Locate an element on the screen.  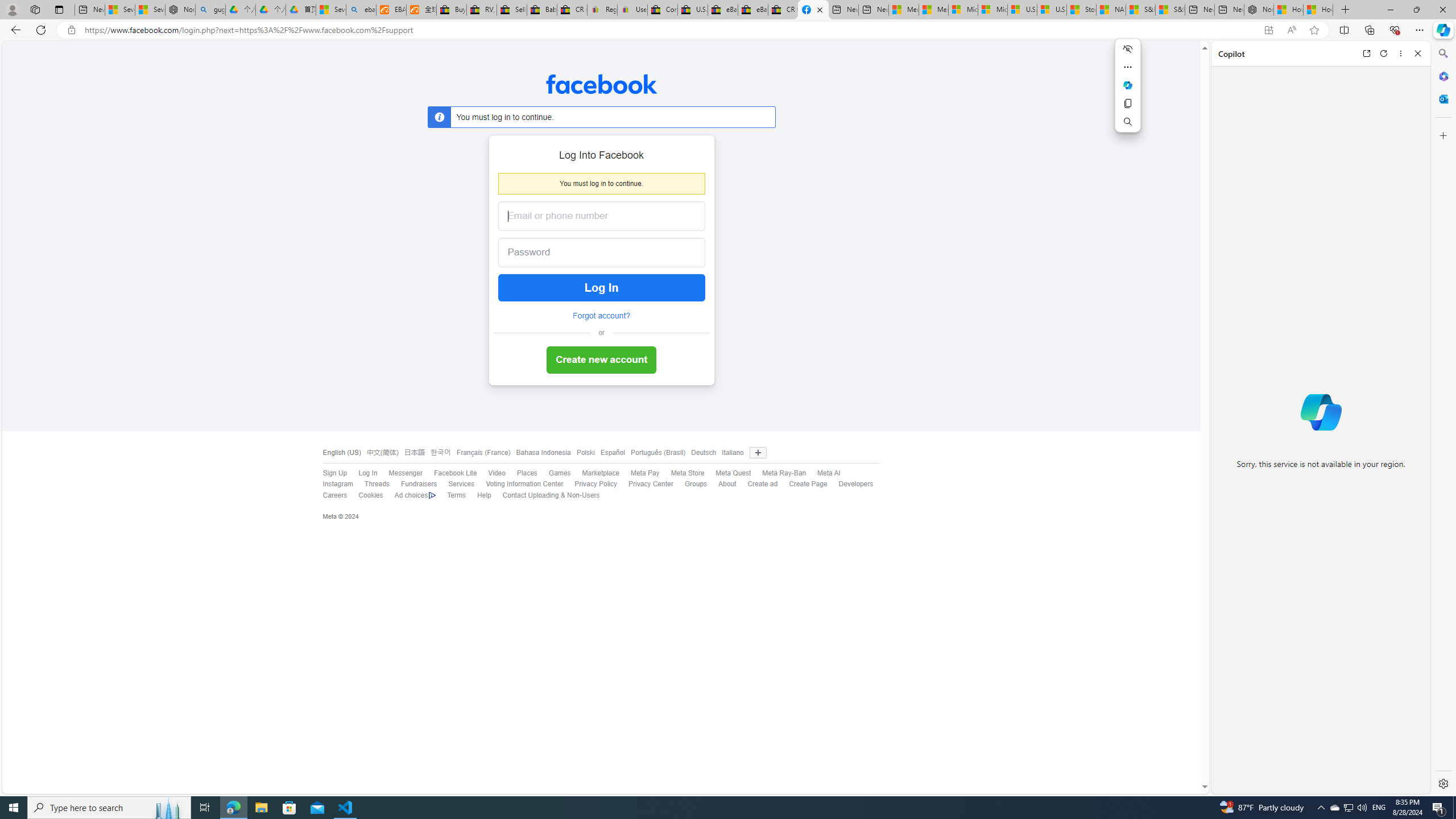
'Cookies' is located at coordinates (364, 495).